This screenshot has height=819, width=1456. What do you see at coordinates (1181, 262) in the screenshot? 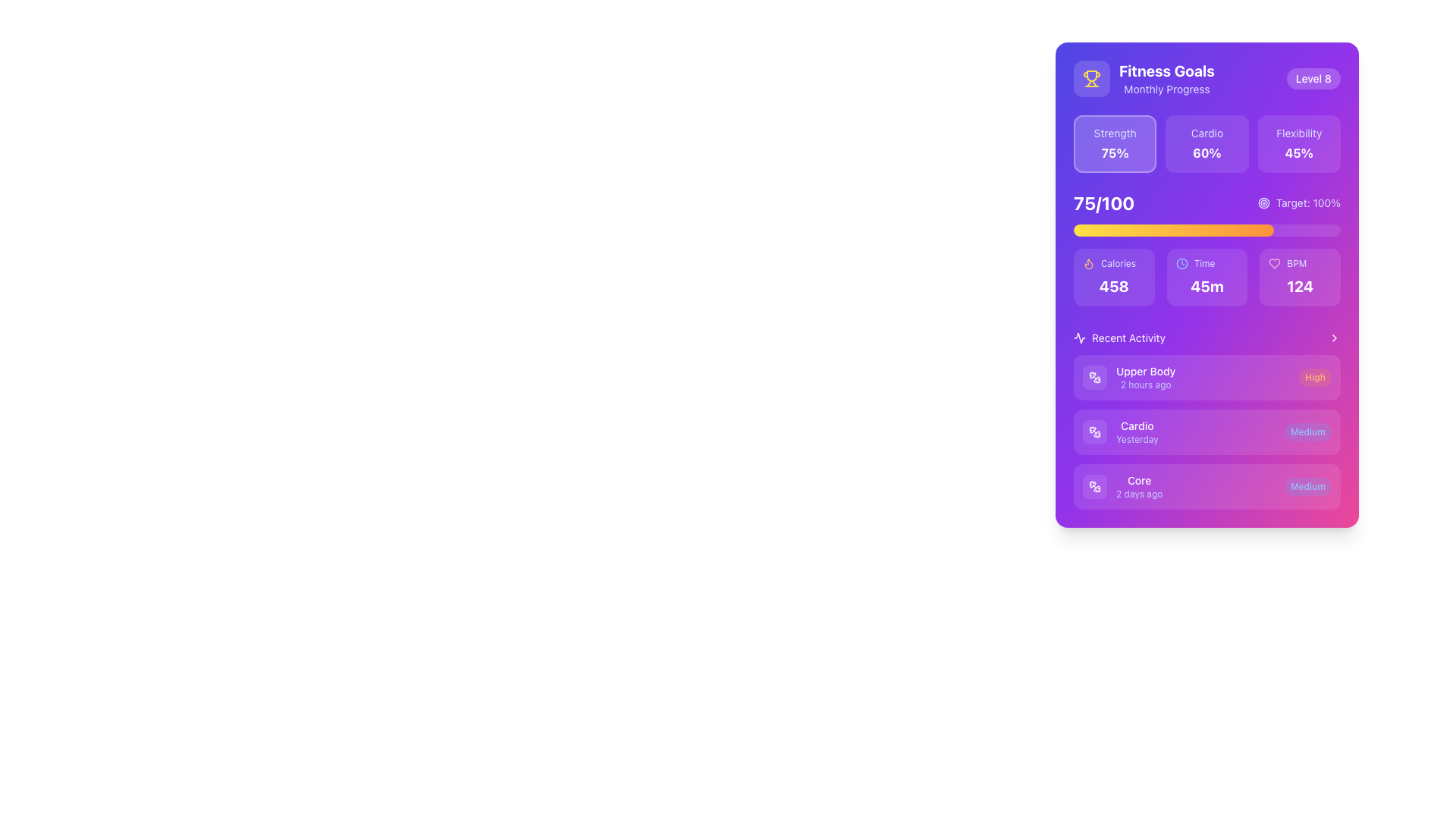
I see `the first circular component of the clock icon representing the time duration metric '45m' located under the 'Time' label` at bounding box center [1181, 262].